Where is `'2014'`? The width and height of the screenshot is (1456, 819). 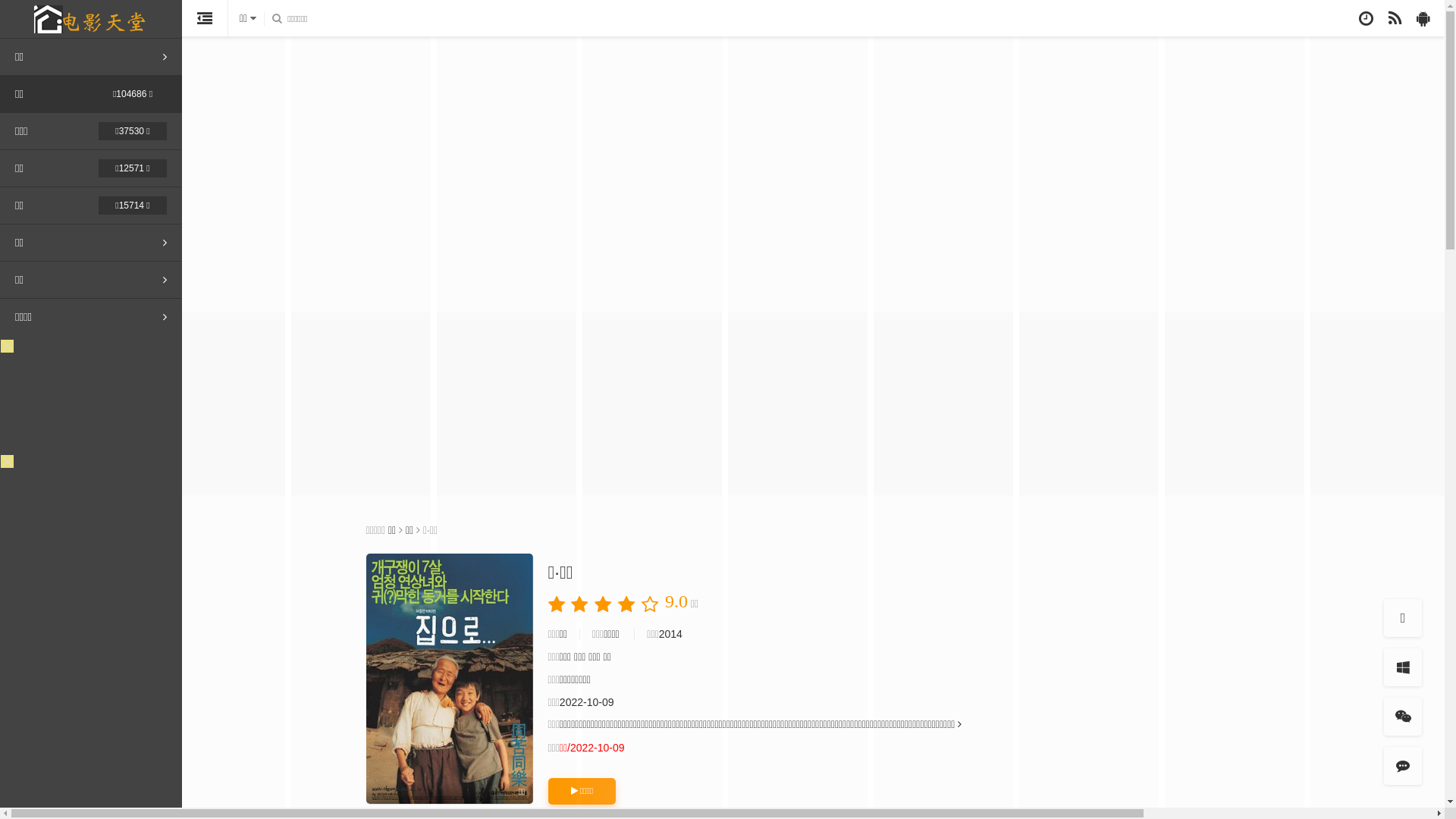
'2014' is located at coordinates (670, 634).